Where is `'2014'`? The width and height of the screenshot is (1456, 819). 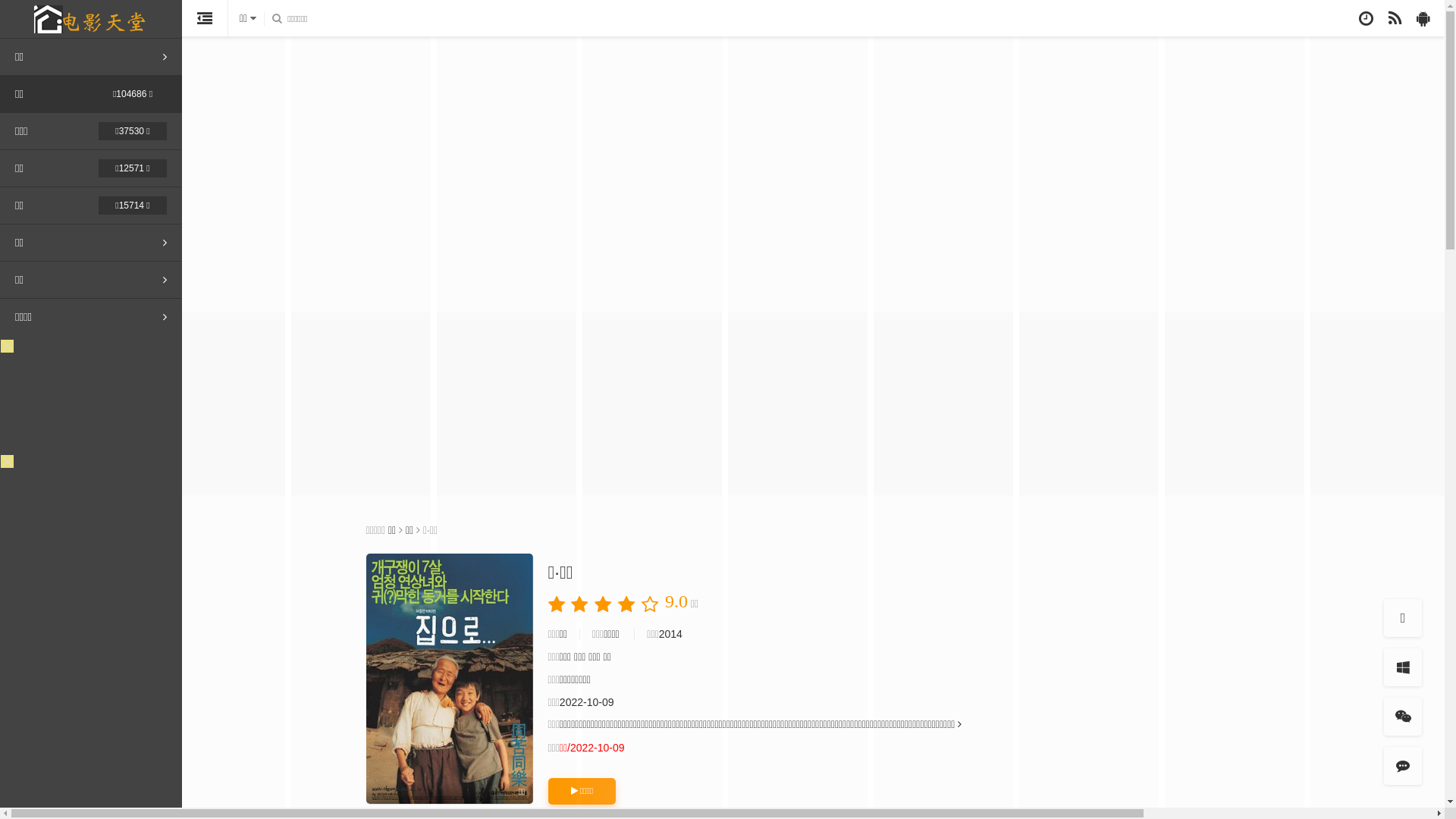
'2014' is located at coordinates (670, 634).